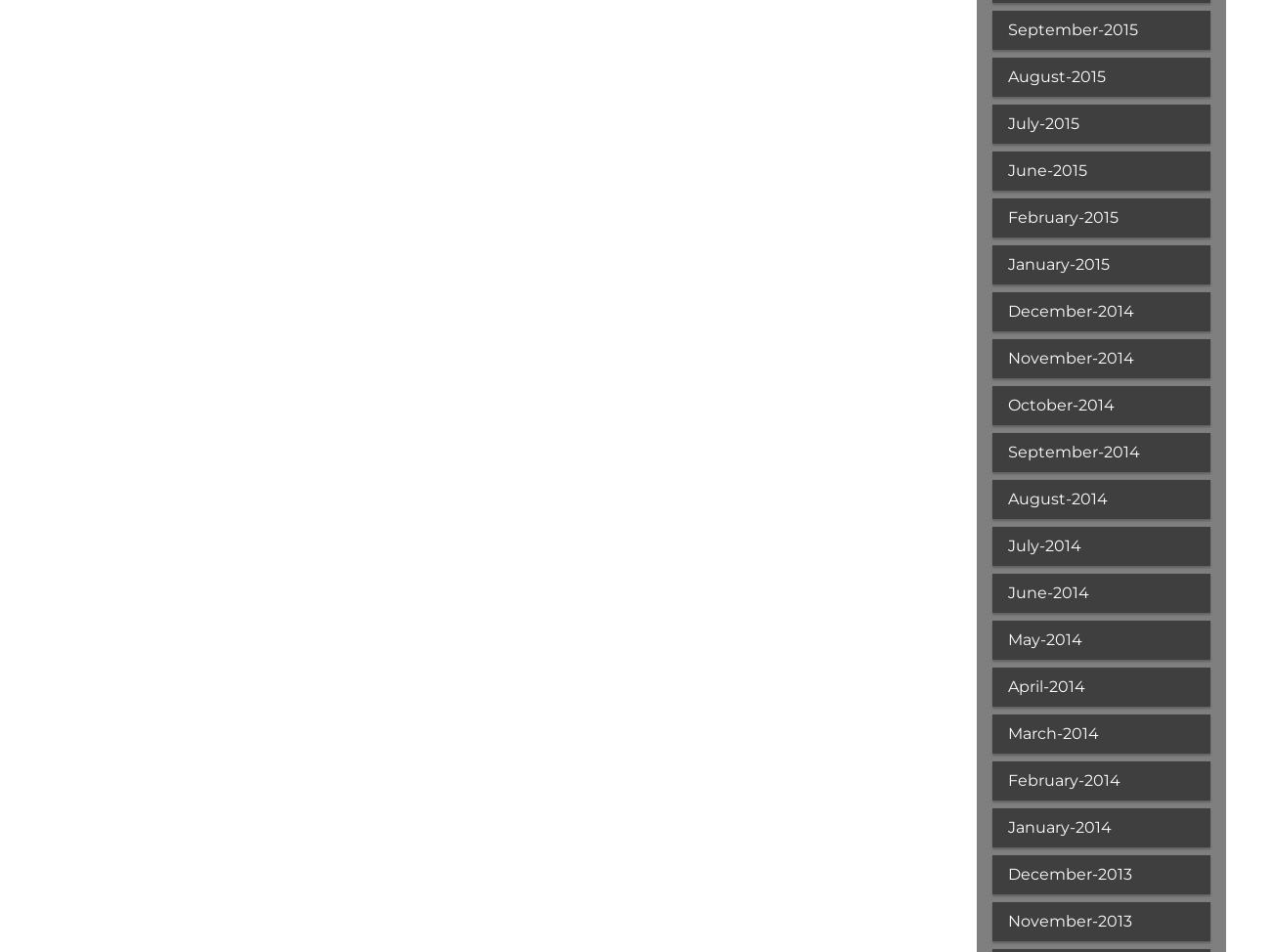 The width and height of the screenshot is (1274, 952). What do you see at coordinates (1069, 358) in the screenshot?
I see `'November-2014'` at bounding box center [1069, 358].